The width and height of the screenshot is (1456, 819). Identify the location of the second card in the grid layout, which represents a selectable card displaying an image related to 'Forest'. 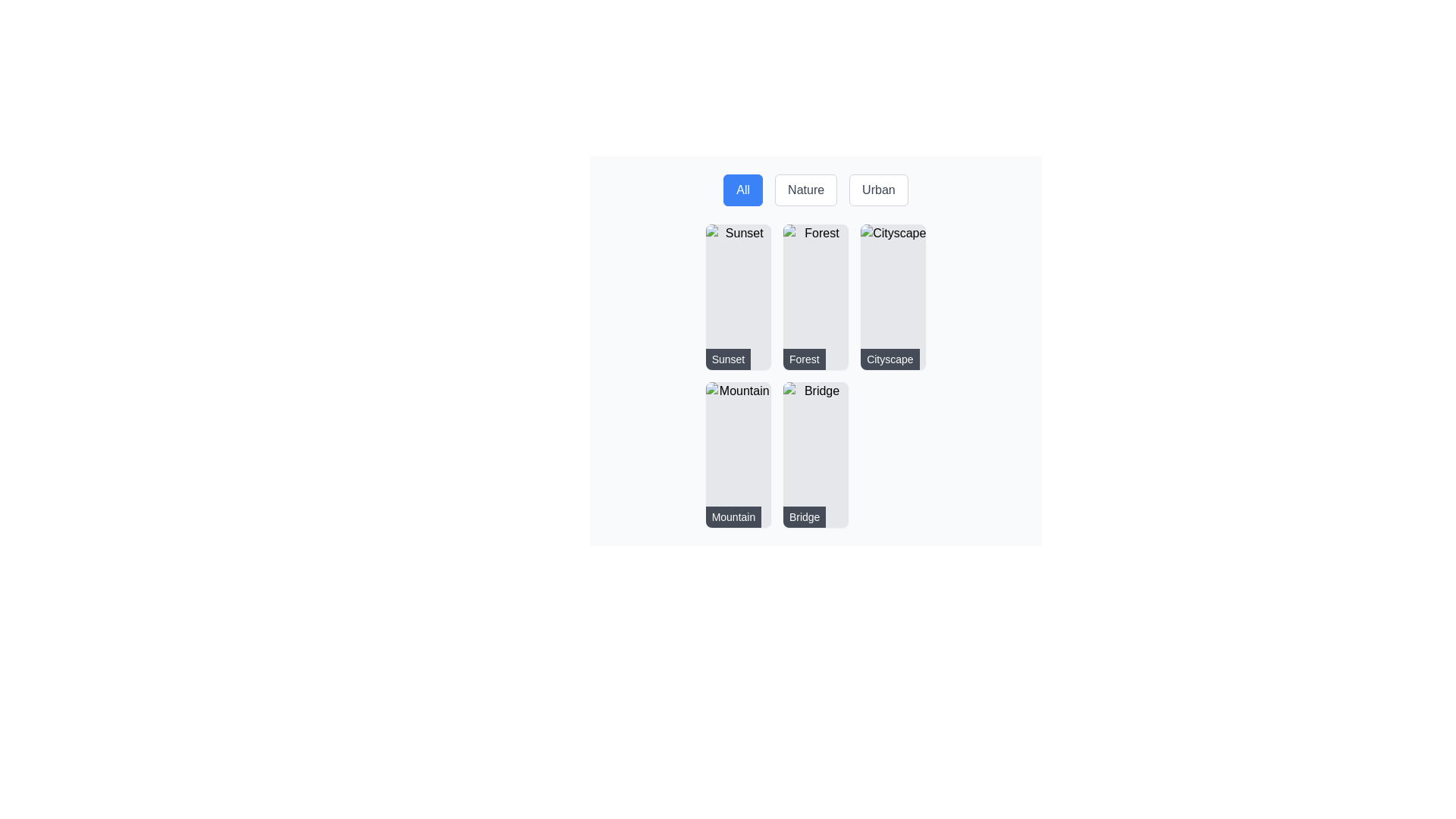
(814, 350).